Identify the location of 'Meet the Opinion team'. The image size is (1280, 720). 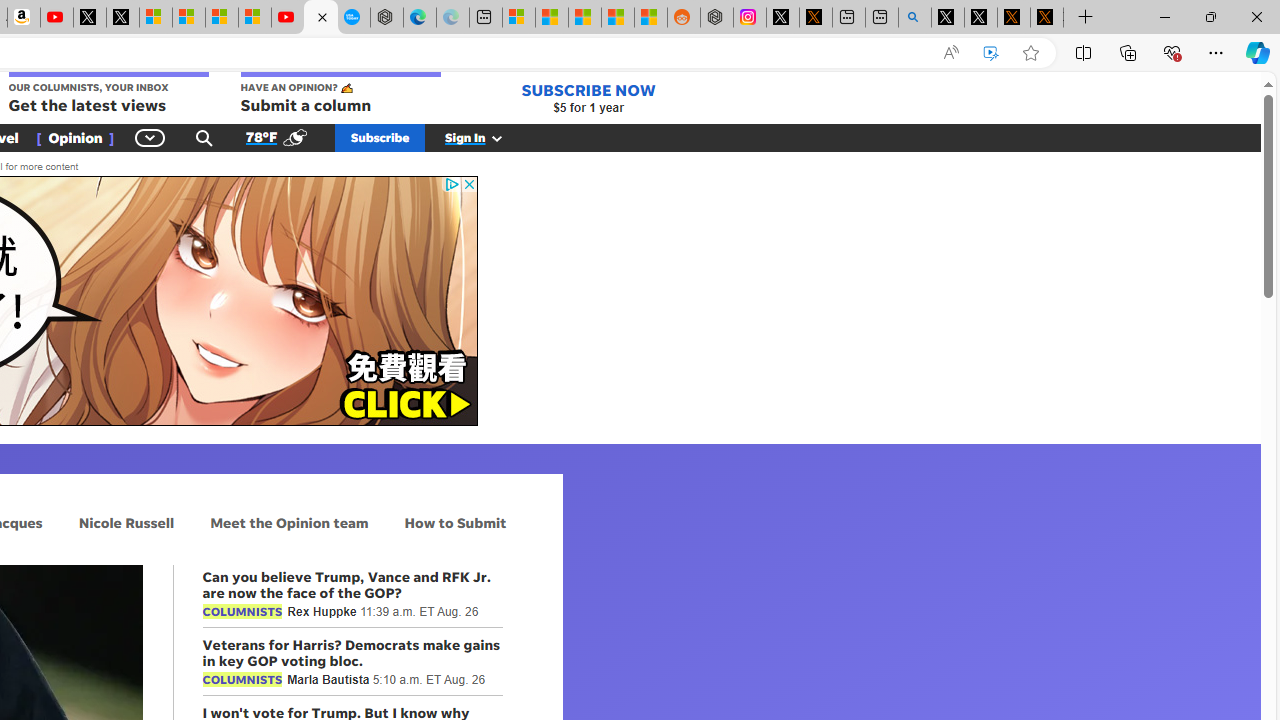
(288, 521).